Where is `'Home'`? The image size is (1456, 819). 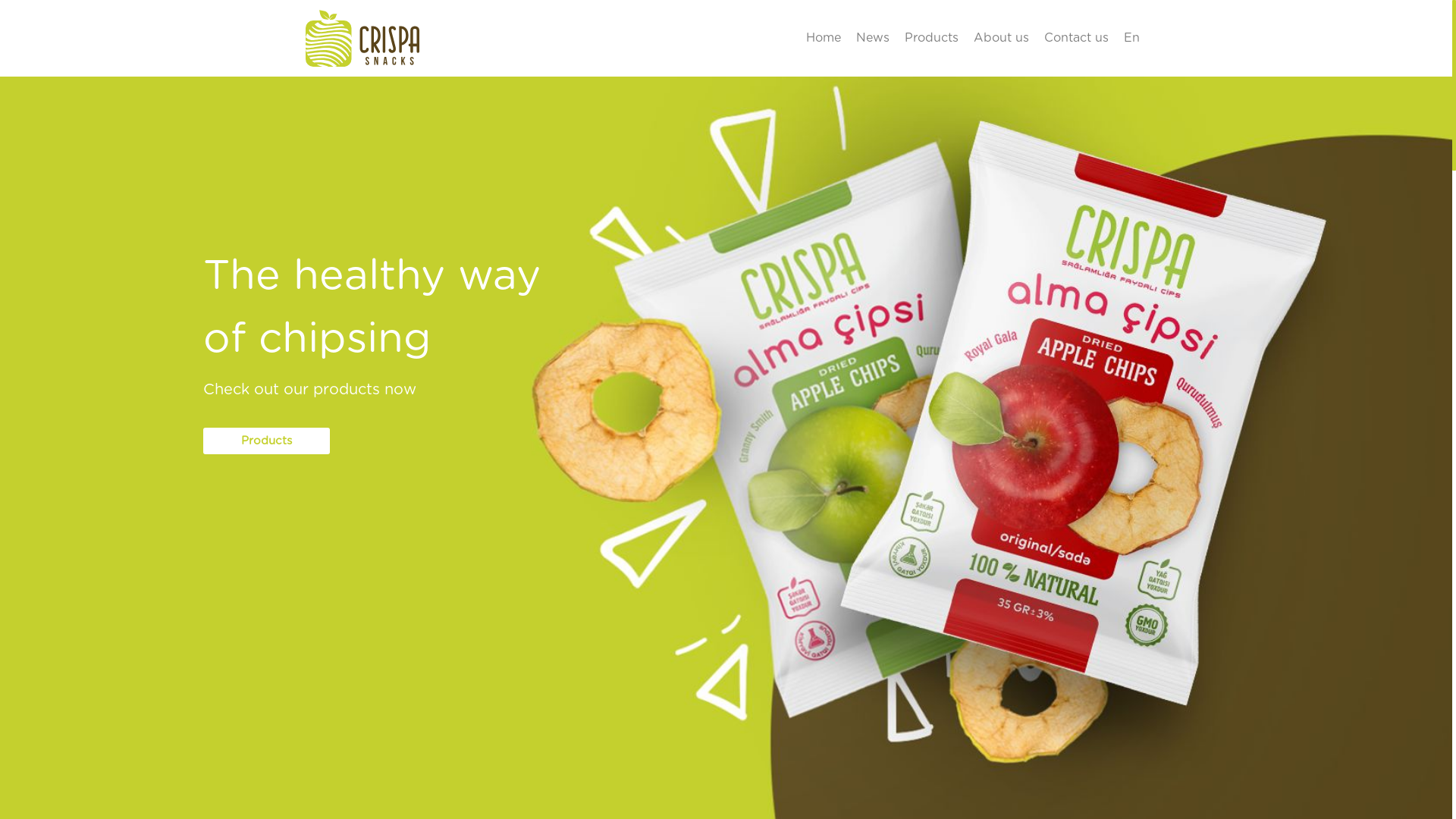 'Home' is located at coordinates (821, 37).